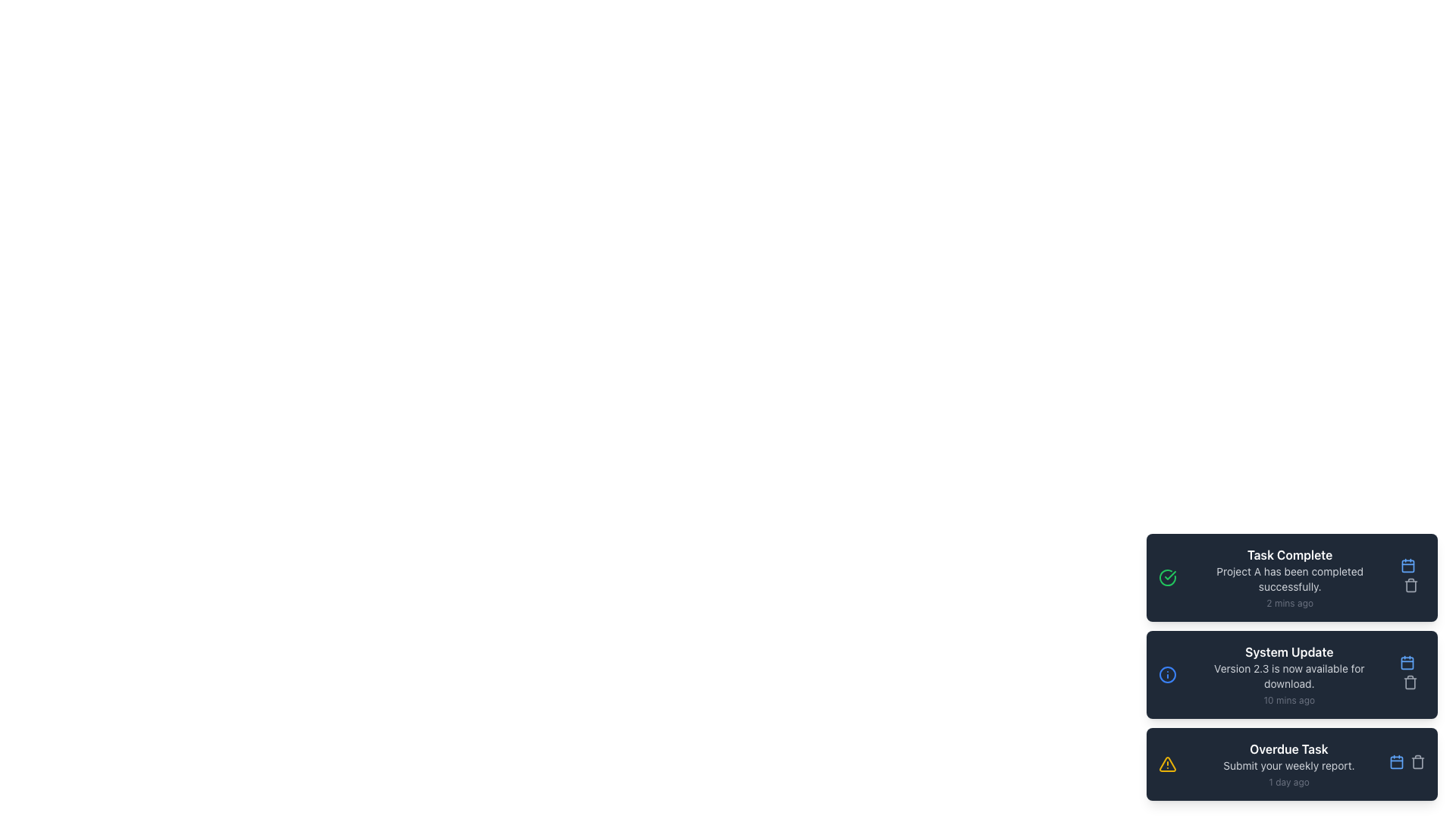 This screenshot has width=1456, height=819. What do you see at coordinates (1288, 766) in the screenshot?
I see `the text label that provides additional details about the 'Overdue Task', which is centrally located beneath the title and above the timestamp in the third notification card` at bounding box center [1288, 766].